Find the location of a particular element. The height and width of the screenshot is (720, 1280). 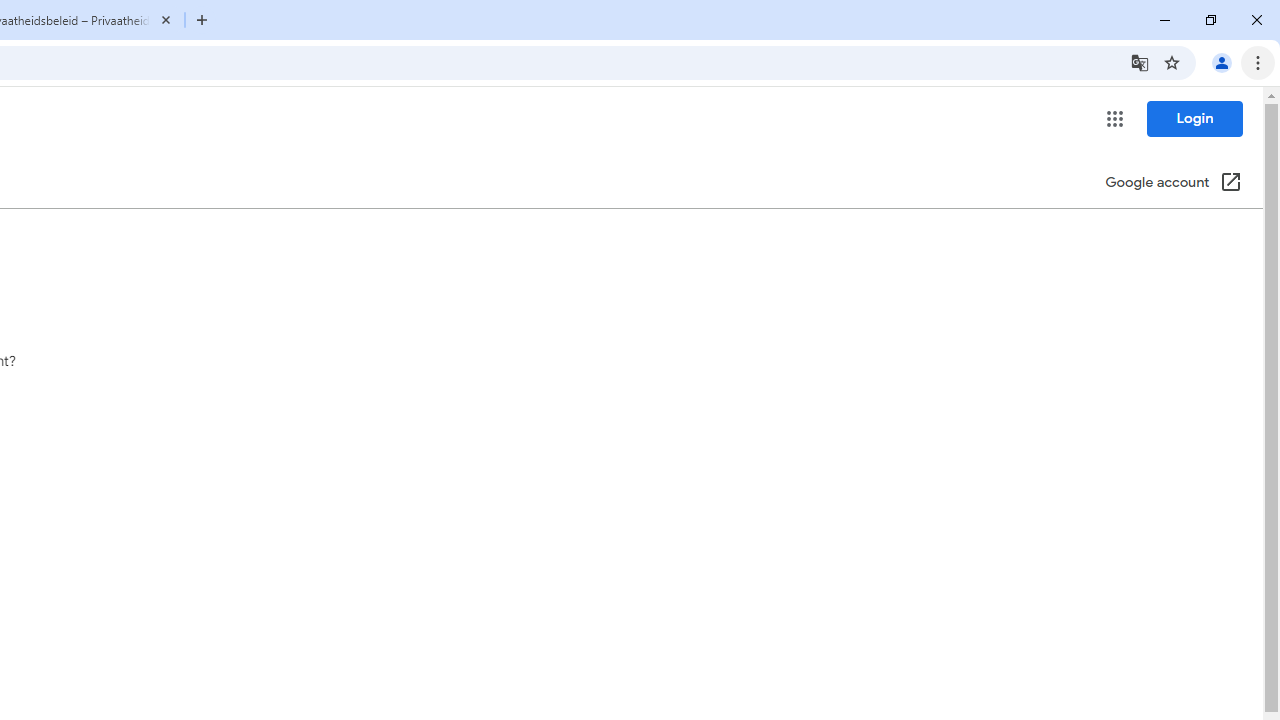

'New Tab' is located at coordinates (202, 20).